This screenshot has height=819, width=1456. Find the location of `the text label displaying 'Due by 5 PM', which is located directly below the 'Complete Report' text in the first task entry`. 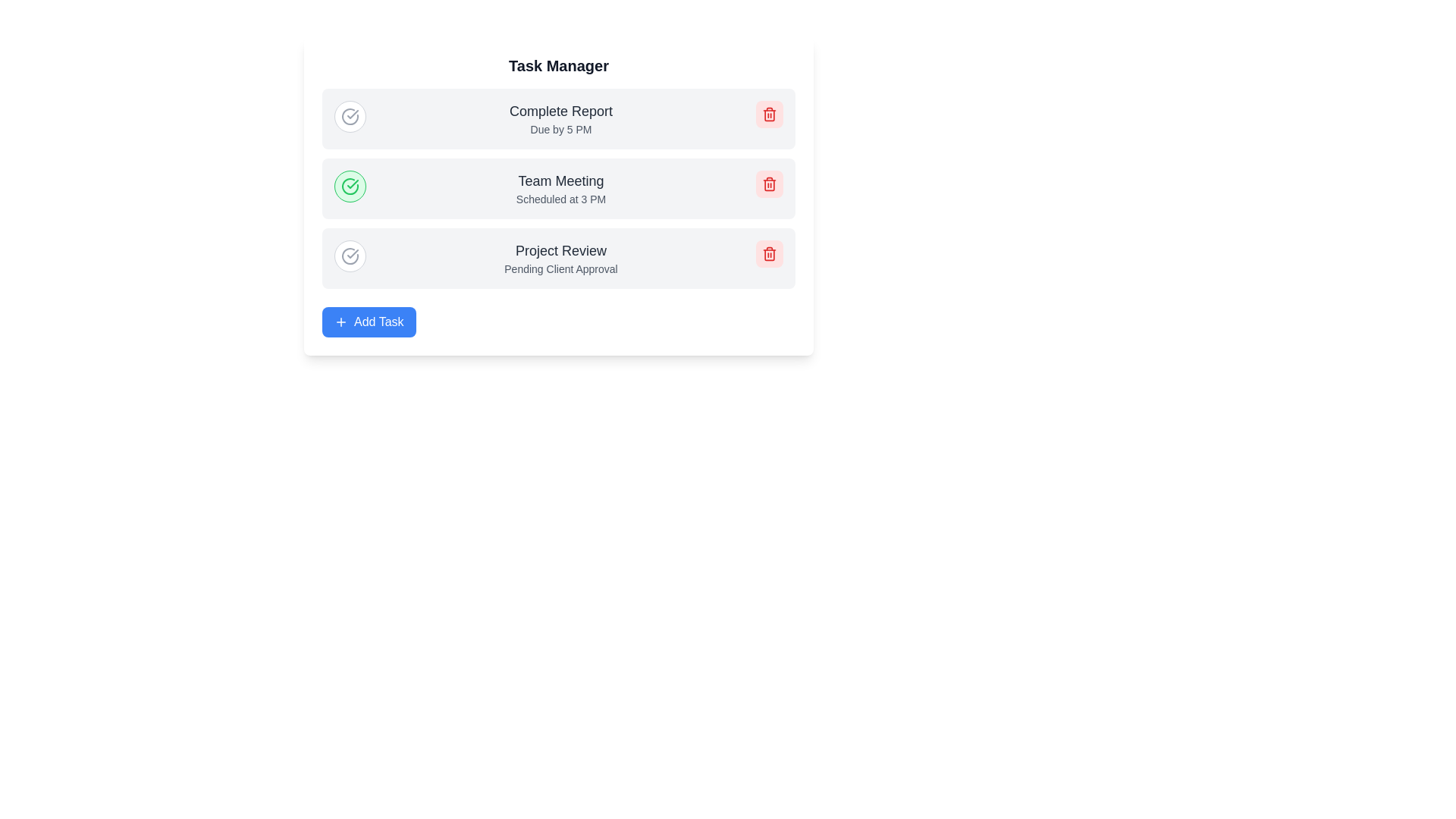

the text label displaying 'Due by 5 PM', which is located directly below the 'Complete Report' text in the first task entry is located at coordinates (560, 128).